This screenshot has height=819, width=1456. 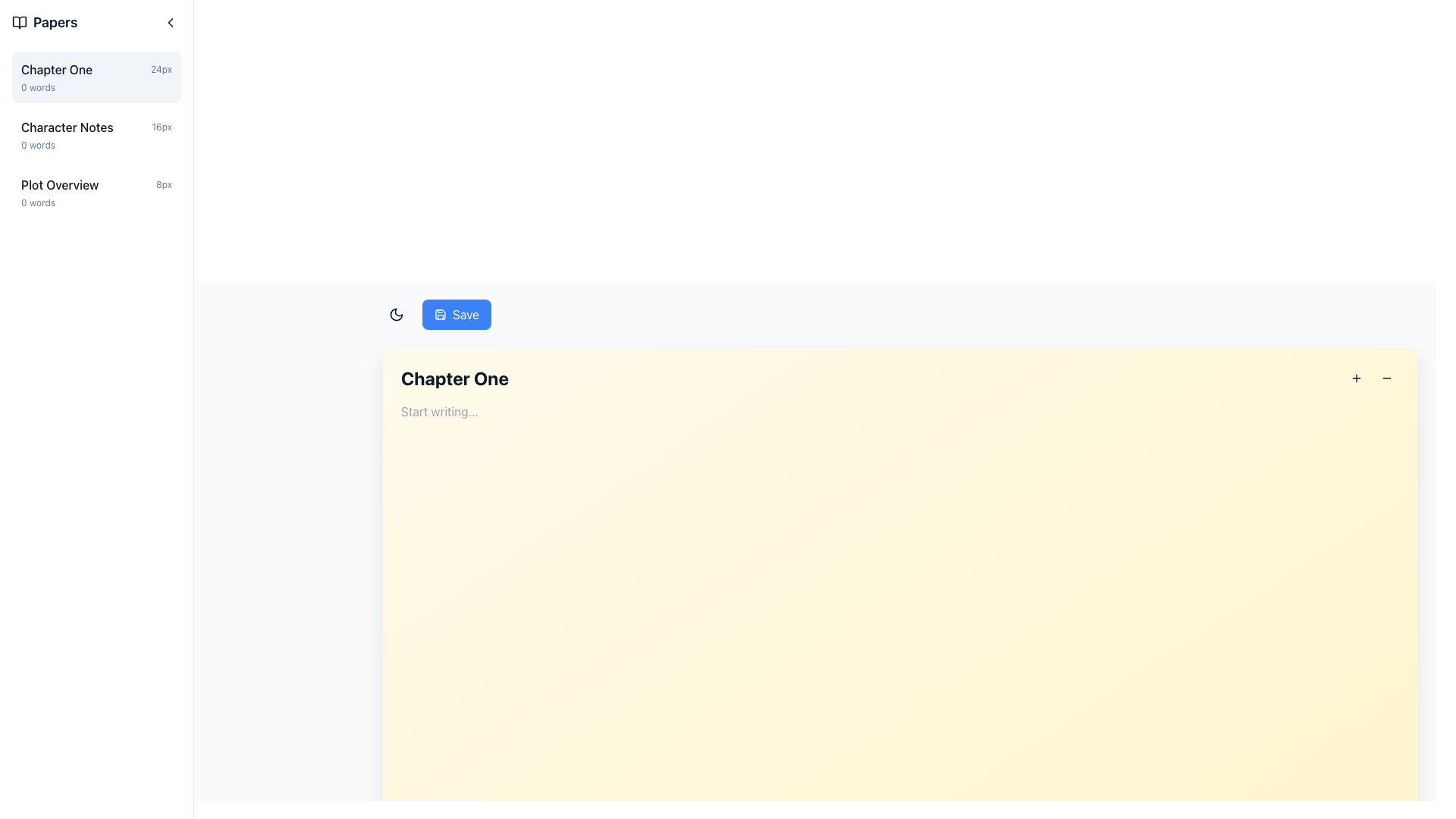 I want to click on the 'Save' button, which is a rectangular button with rounded corners, blue background, and white text, located at the top center of the main panel, so click(x=456, y=314).